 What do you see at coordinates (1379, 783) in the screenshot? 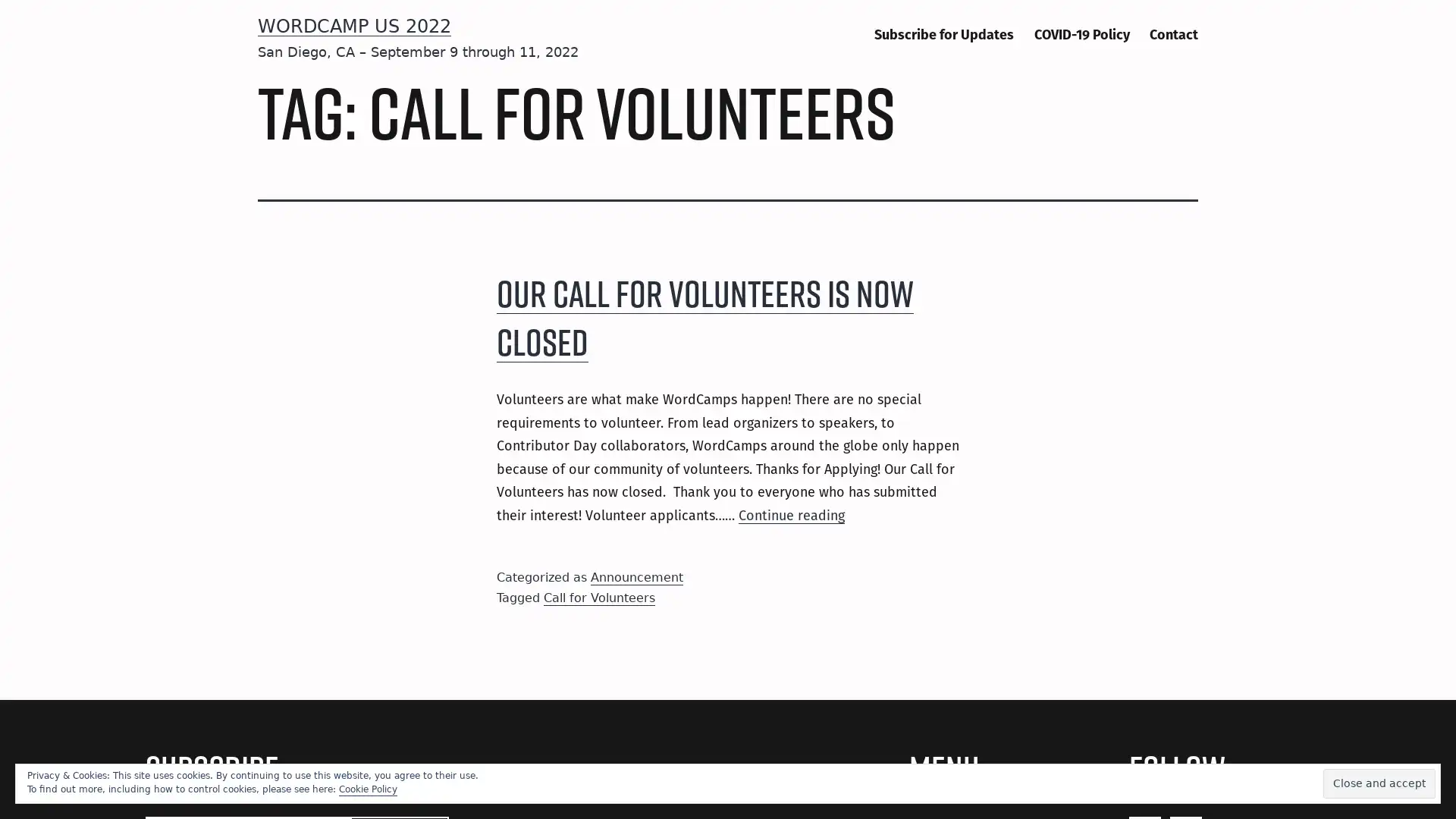
I see `Close and accept` at bounding box center [1379, 783].